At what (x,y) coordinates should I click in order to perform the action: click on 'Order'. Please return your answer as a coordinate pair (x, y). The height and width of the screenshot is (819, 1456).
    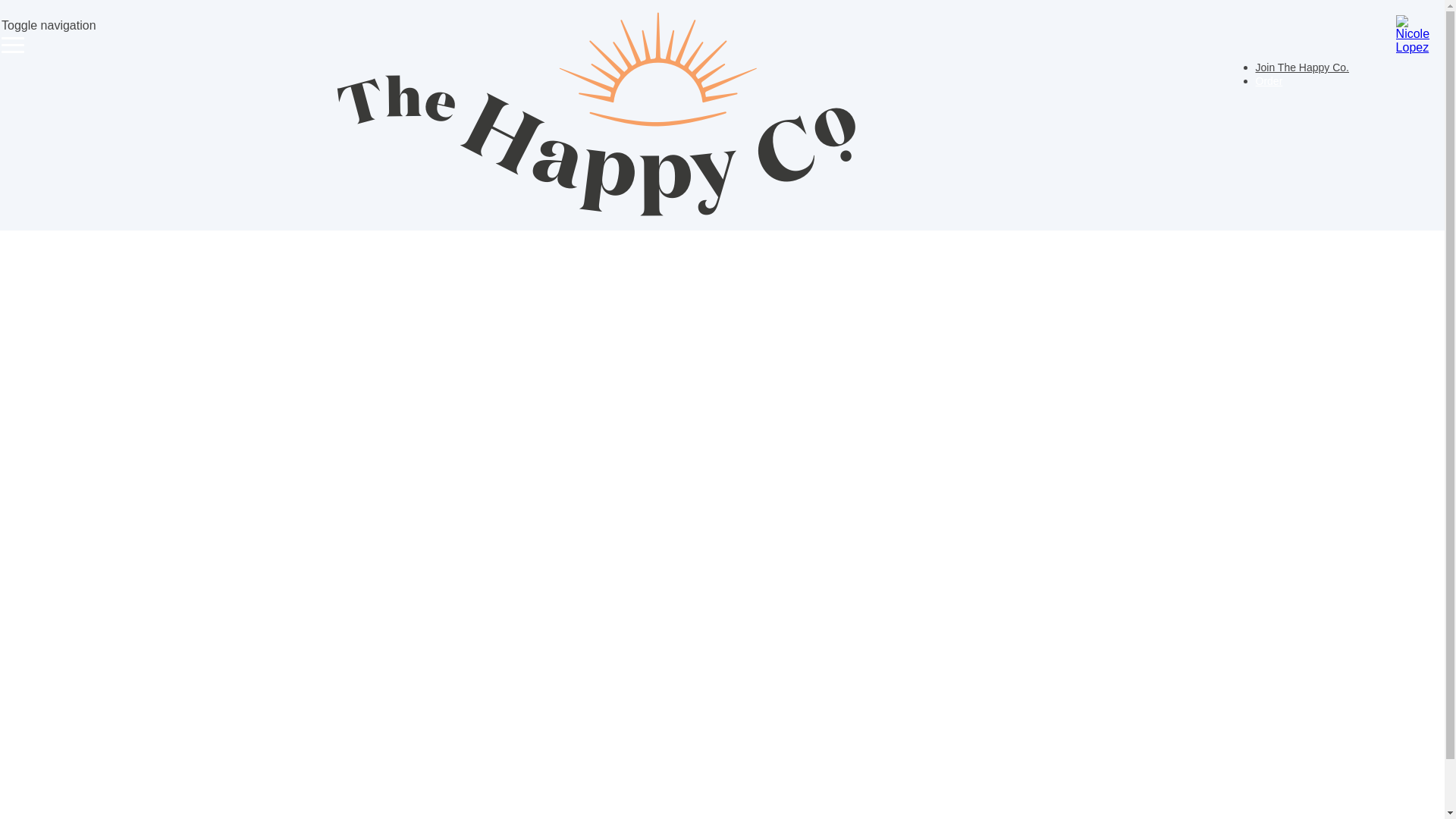
    Looking at the image, I should click on (1269, 81).